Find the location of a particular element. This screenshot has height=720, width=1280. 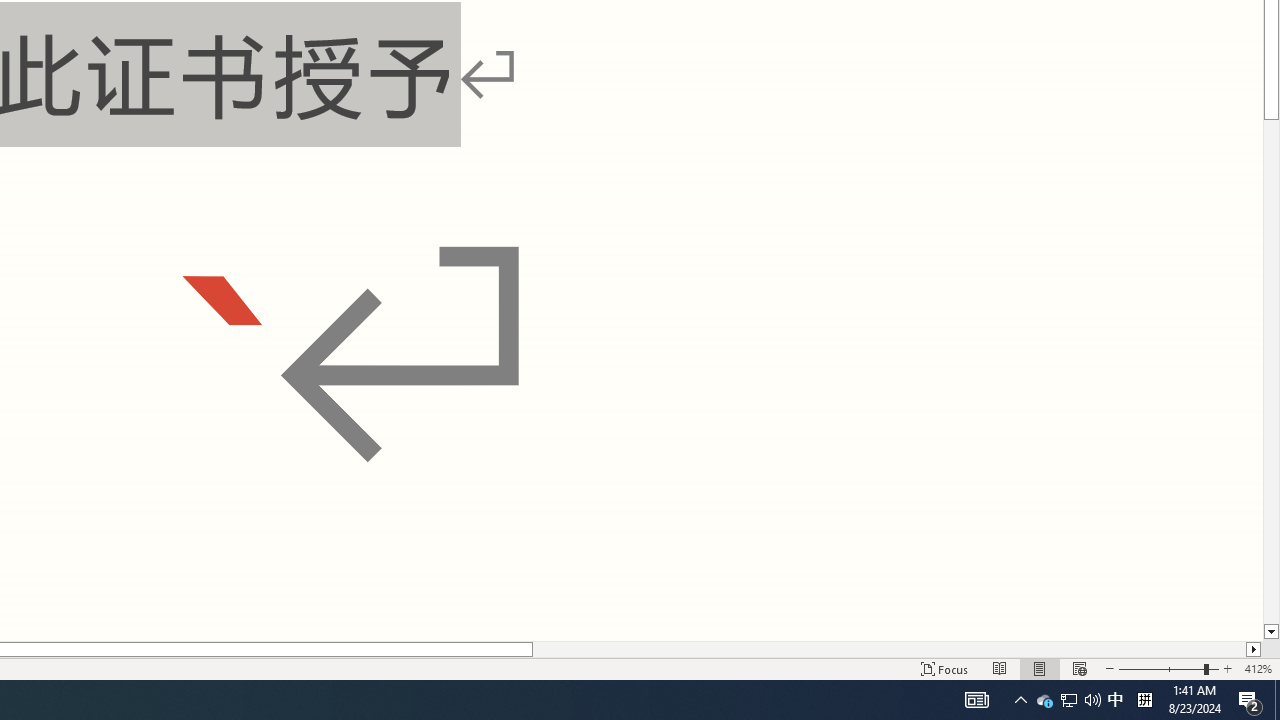

'Print Layout' is located at coordinates (1040, 669).